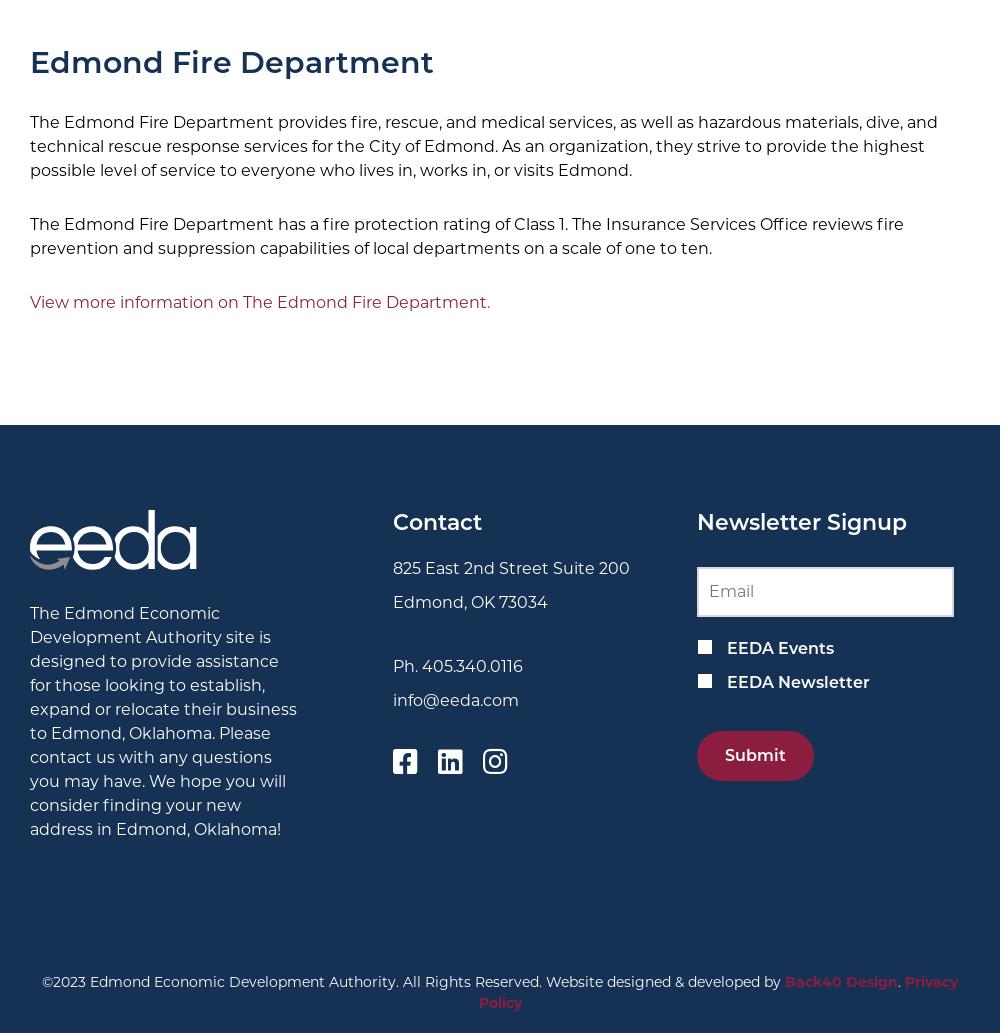 This screenshot has height=1033, width=1000. What do you see at coordinates (723, 755) in the screenshot?
I see `'Submit'` at bounding box center [723, 755].